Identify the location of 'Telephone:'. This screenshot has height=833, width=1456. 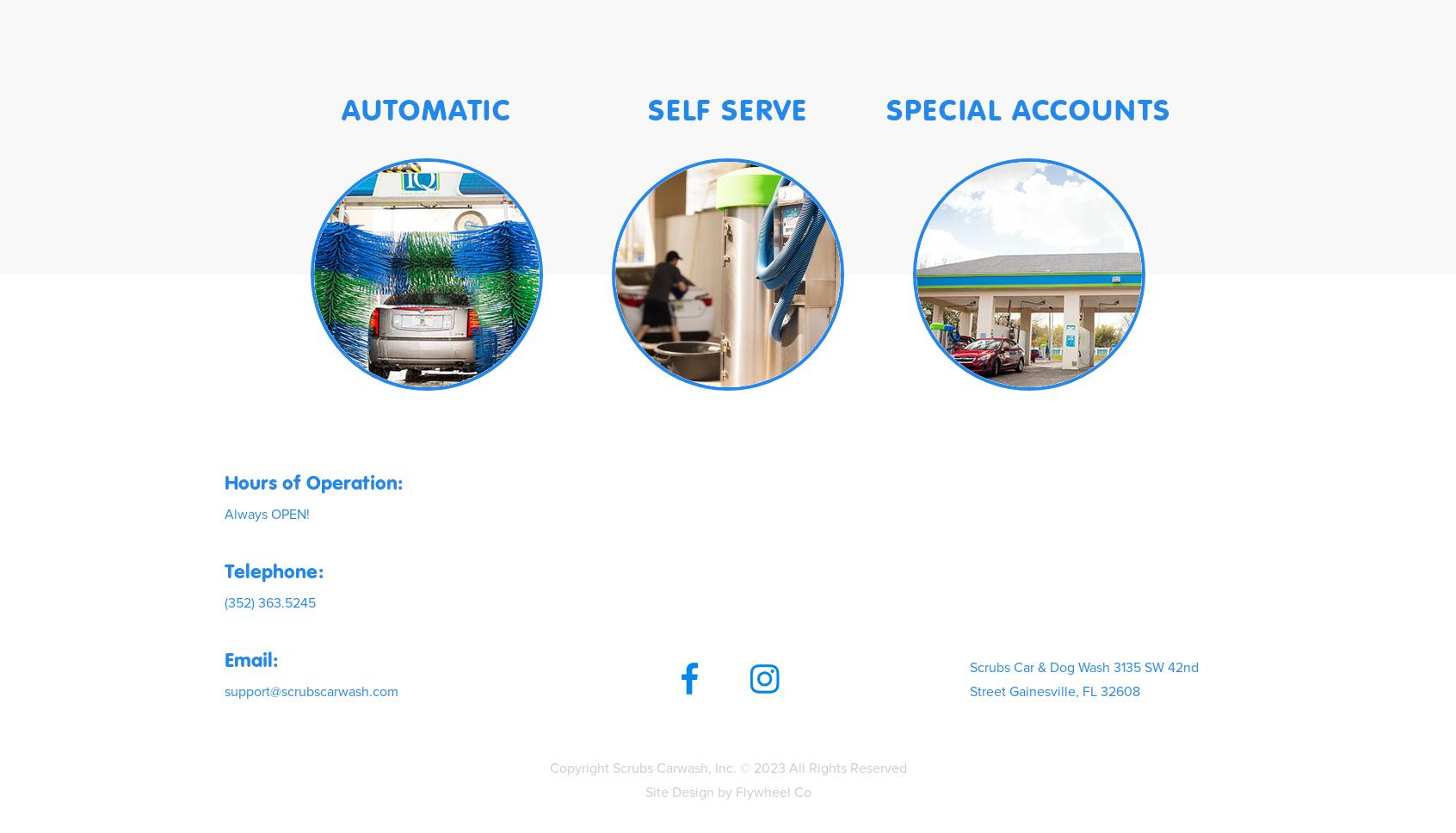
(273, 570).